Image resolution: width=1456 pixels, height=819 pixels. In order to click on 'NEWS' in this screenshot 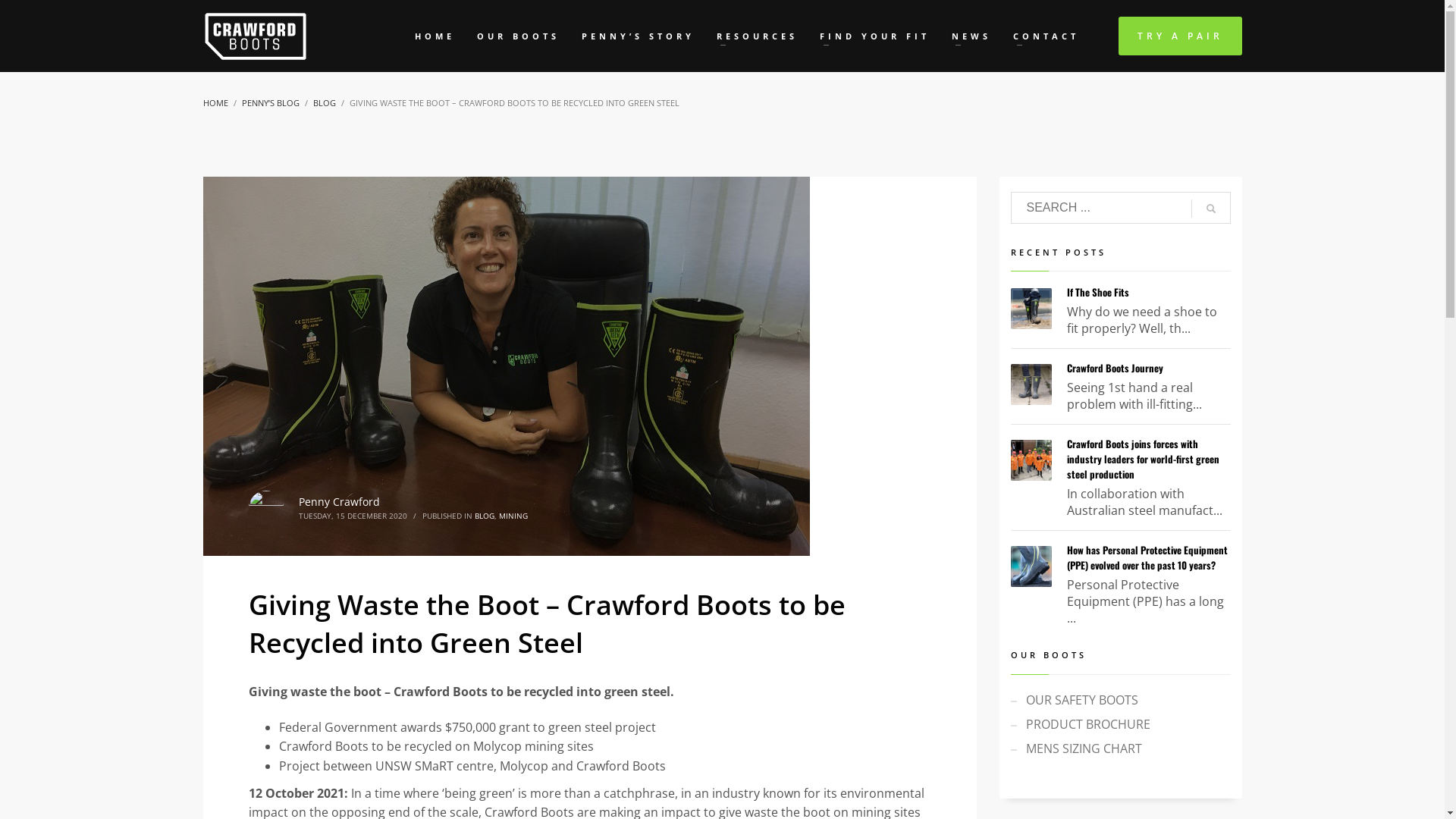, I will do `click(971, 34)`.